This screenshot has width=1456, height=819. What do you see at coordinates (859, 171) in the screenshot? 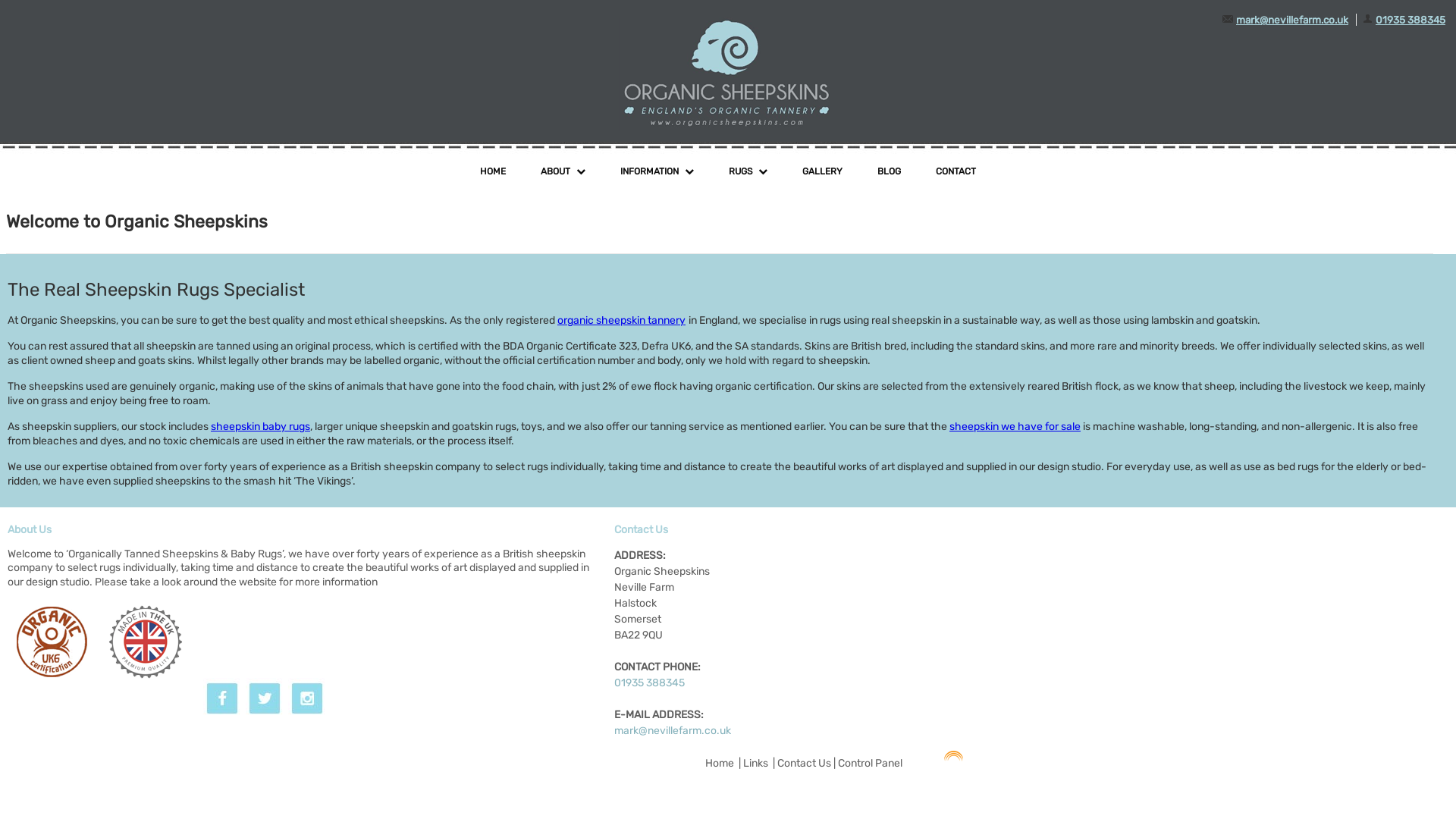
I see `'BLOG'` at bounding box center [859, 171].